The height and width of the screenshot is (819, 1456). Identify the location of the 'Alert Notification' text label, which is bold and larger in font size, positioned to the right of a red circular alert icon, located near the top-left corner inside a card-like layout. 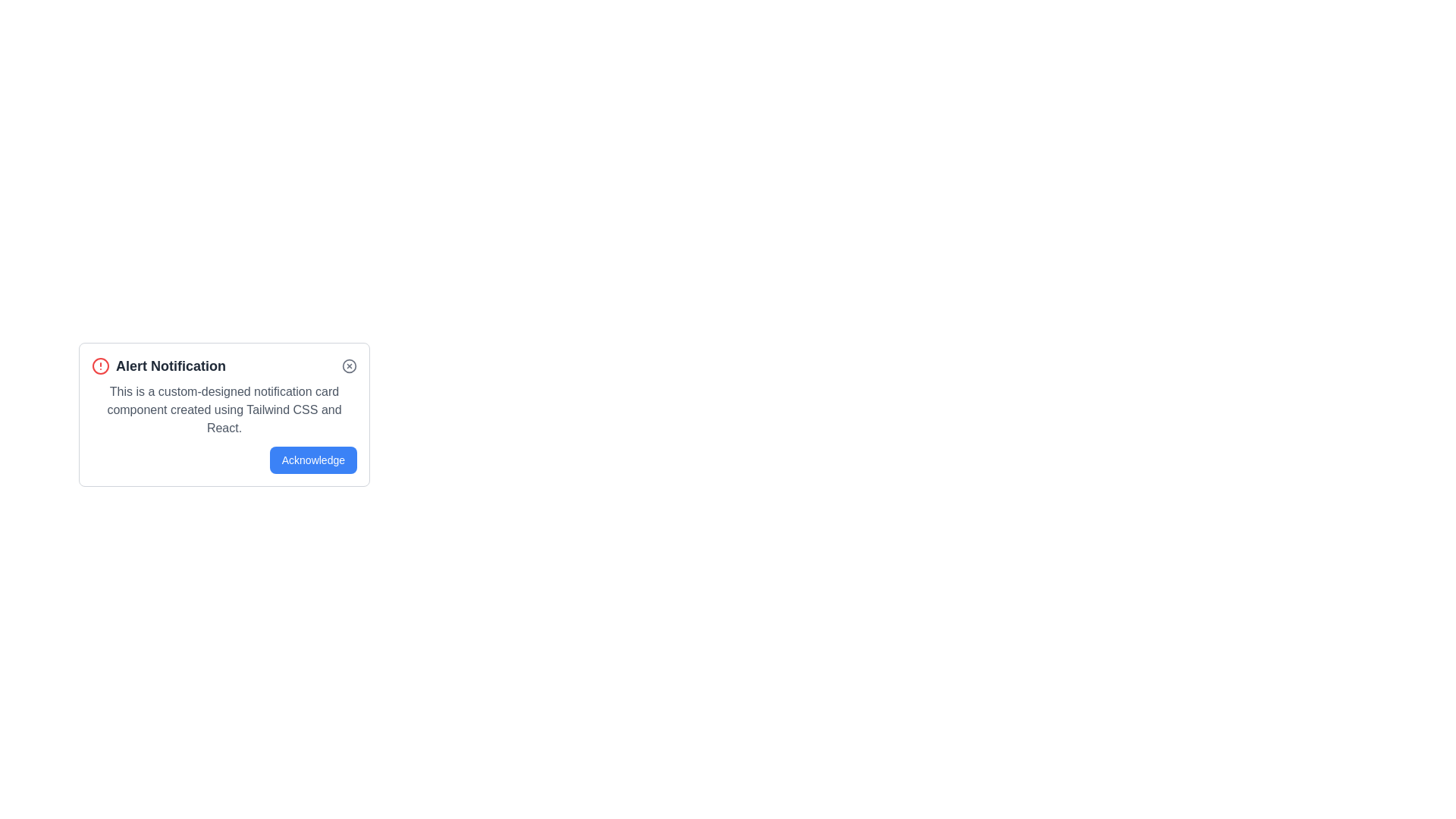
(158, 366).